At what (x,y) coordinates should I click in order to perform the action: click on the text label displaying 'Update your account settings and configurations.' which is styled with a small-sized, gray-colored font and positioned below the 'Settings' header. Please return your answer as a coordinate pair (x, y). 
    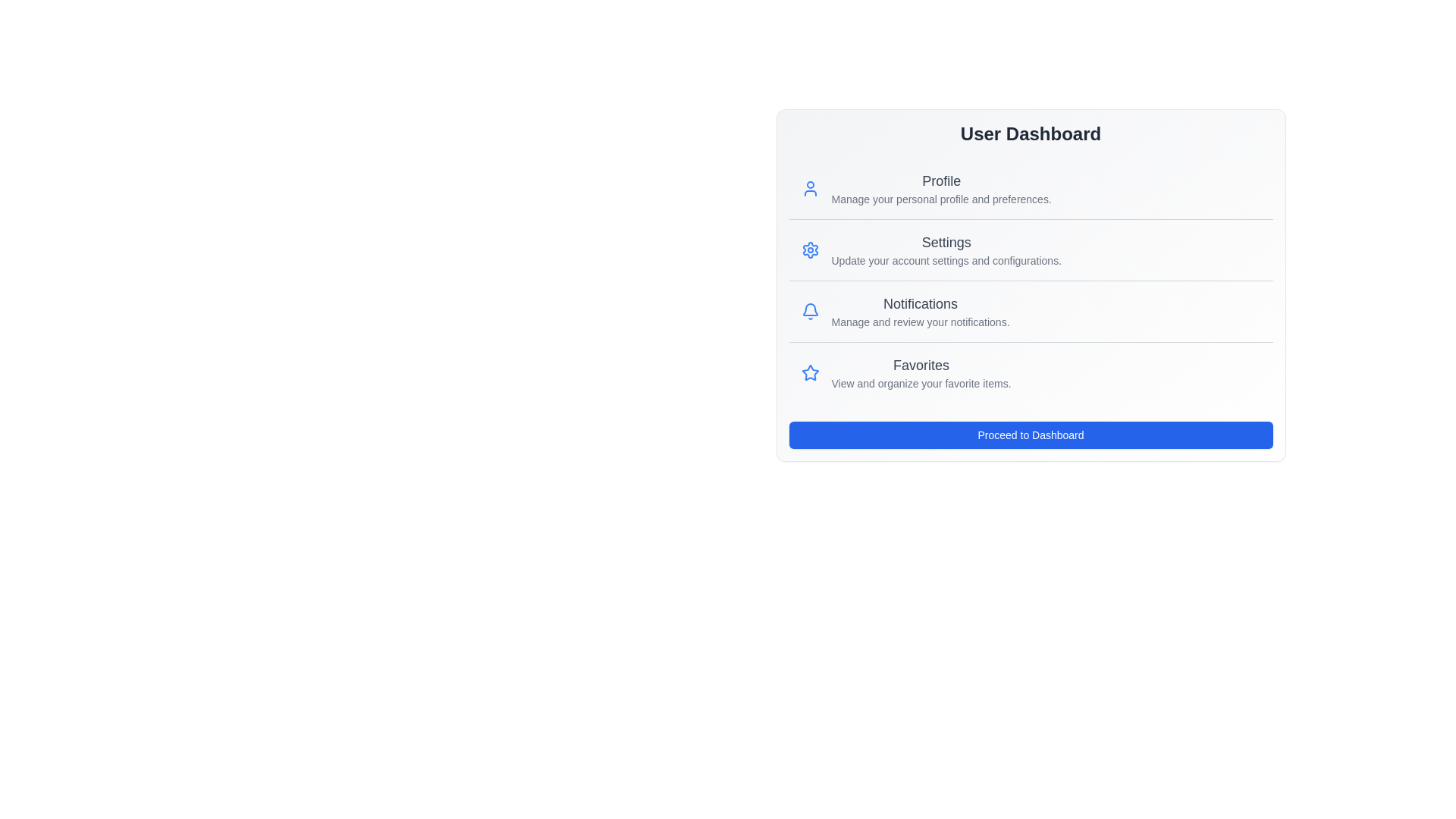
    Looking at the image, I should click on (946, 259).